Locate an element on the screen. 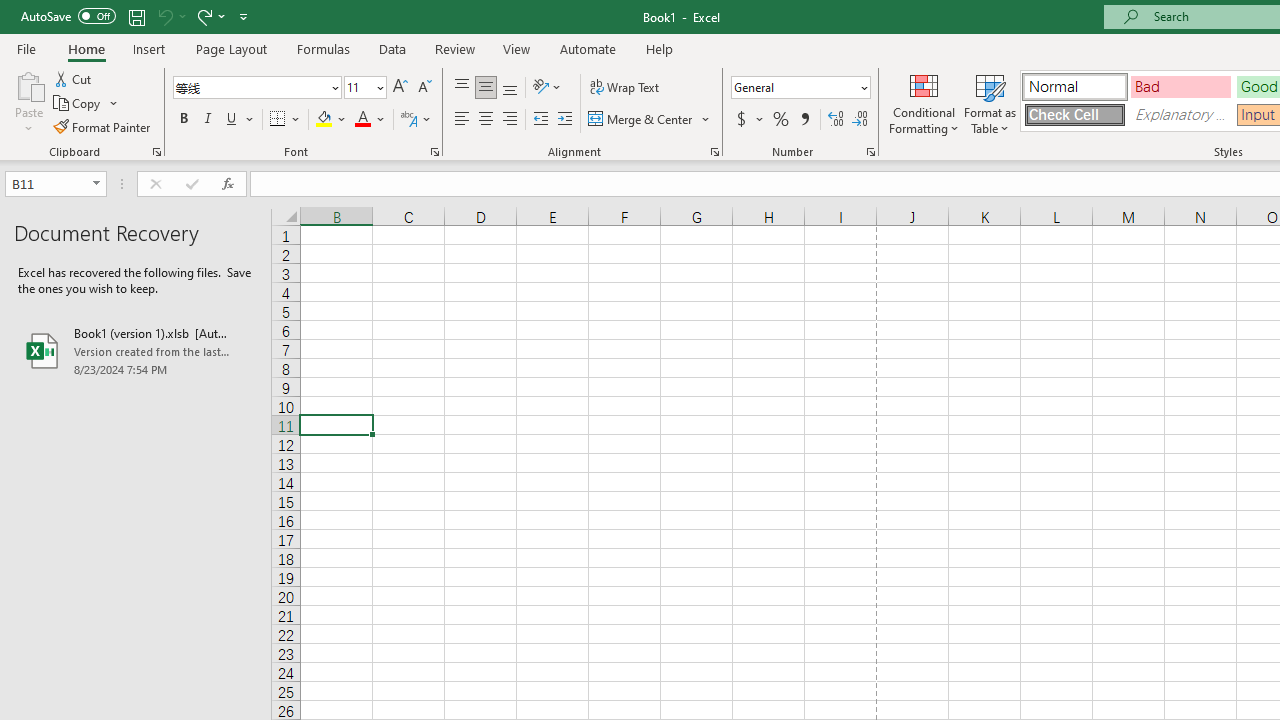 The image size is (1280, 720). 'Center' is located at coordinates (485, 119).